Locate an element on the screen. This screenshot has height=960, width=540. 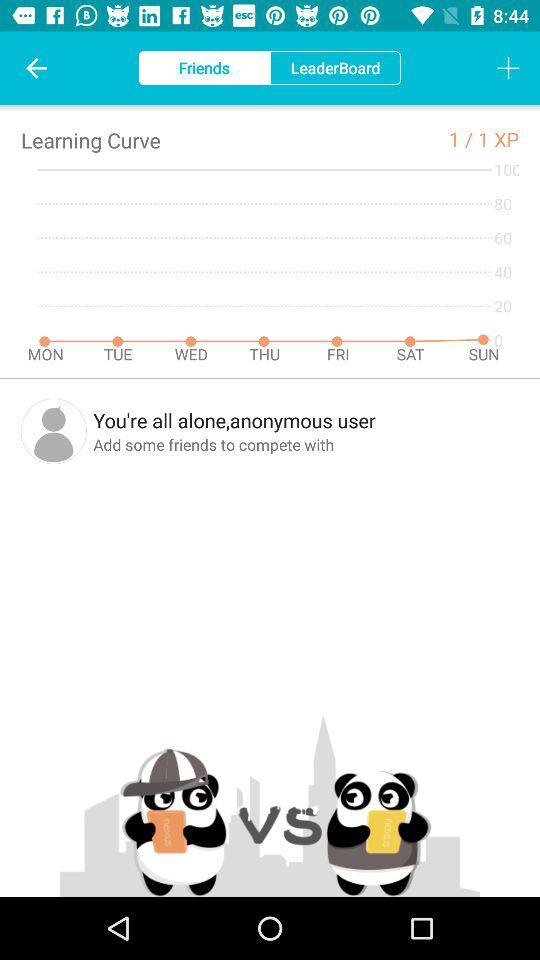
the icon next to you re all is located at coordinates (53, 431).